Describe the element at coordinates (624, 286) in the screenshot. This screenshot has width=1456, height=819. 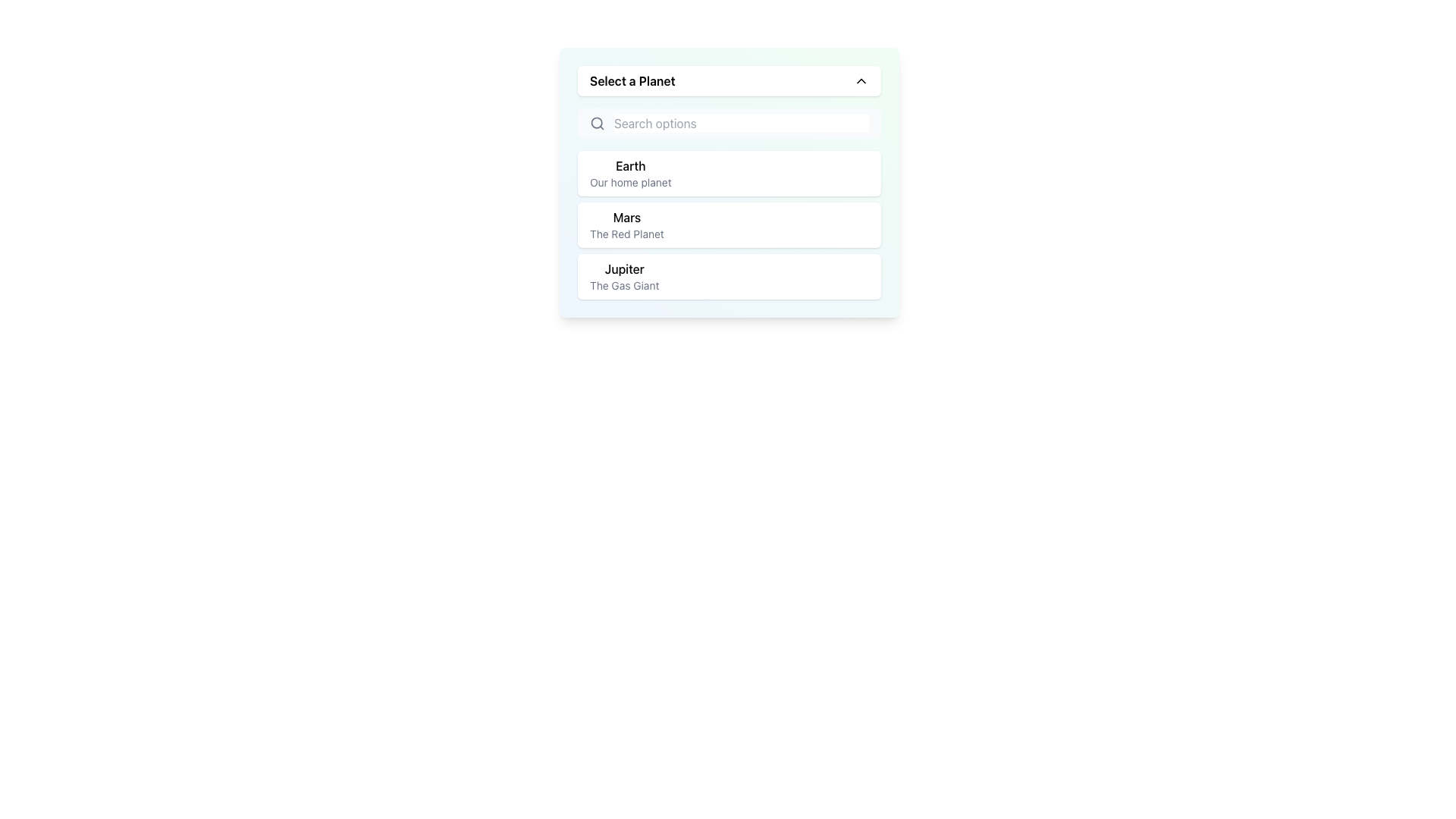
I see `the text label 'The Gas Giant' located below the title 'Jupiter' in the dropdown menu describing celestial bodies` at that location.